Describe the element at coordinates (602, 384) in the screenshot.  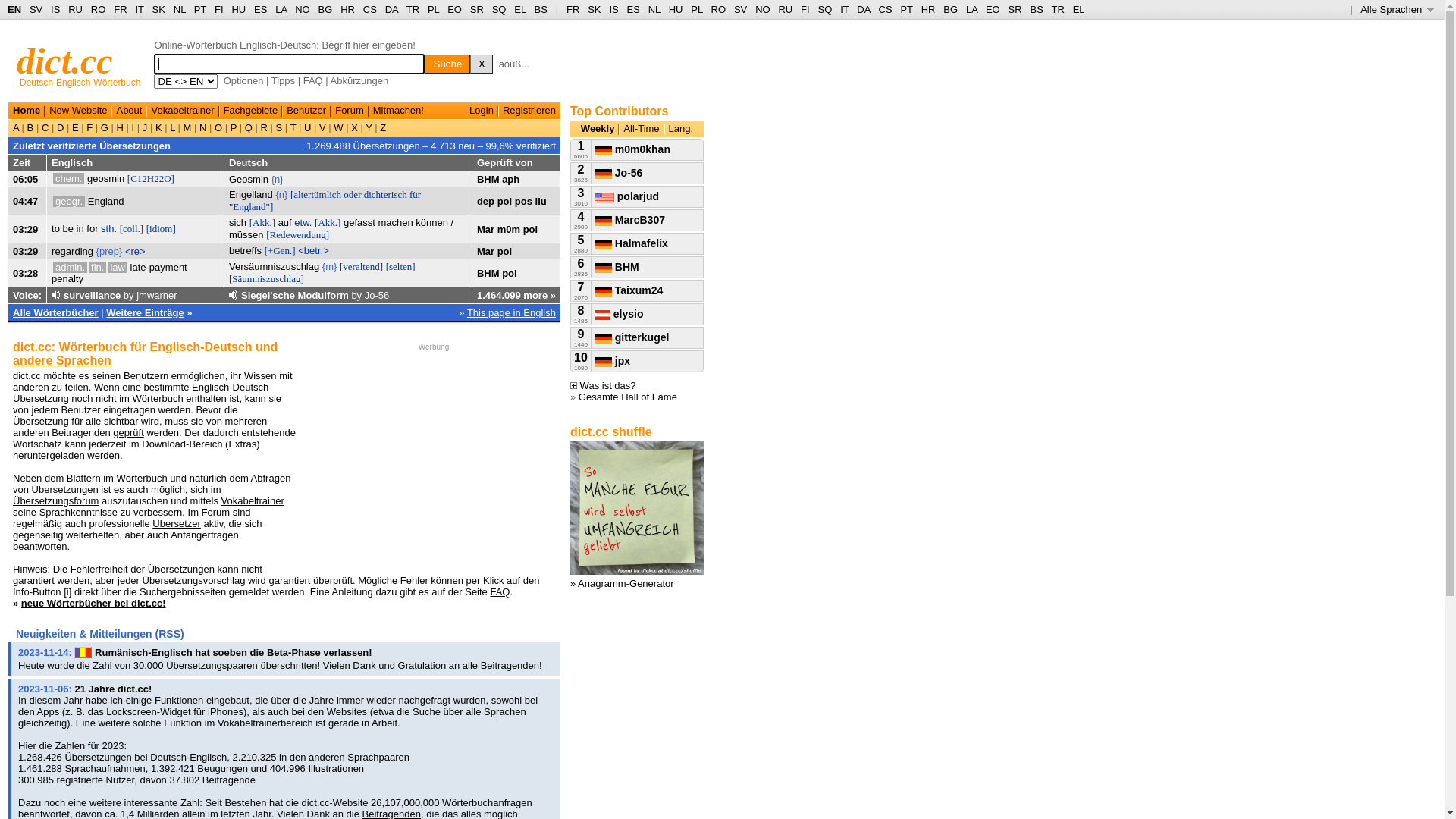
I see `'Was ist das?'` at that location.